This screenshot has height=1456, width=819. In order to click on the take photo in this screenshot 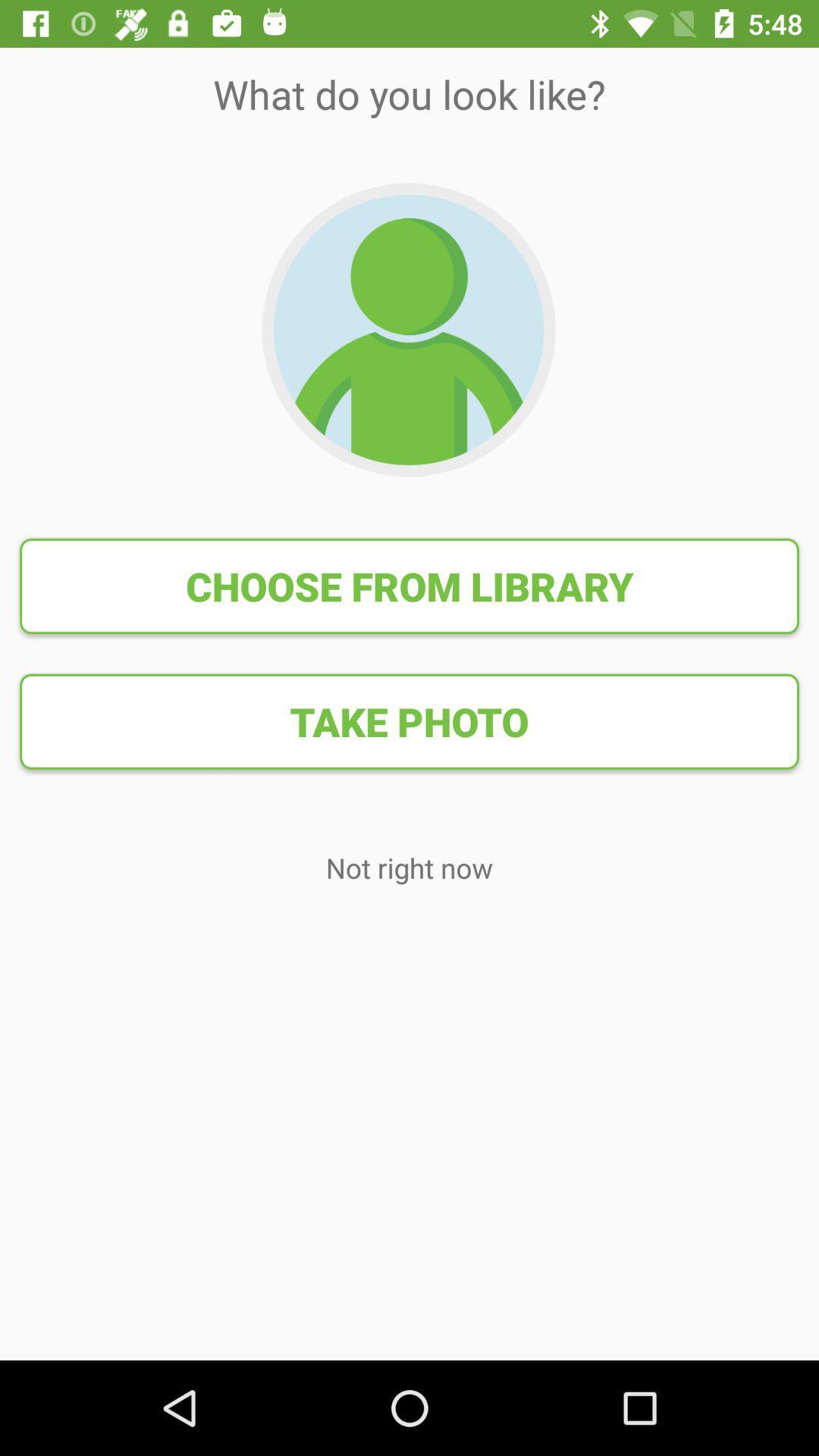, I will do `click(409, 720)`.